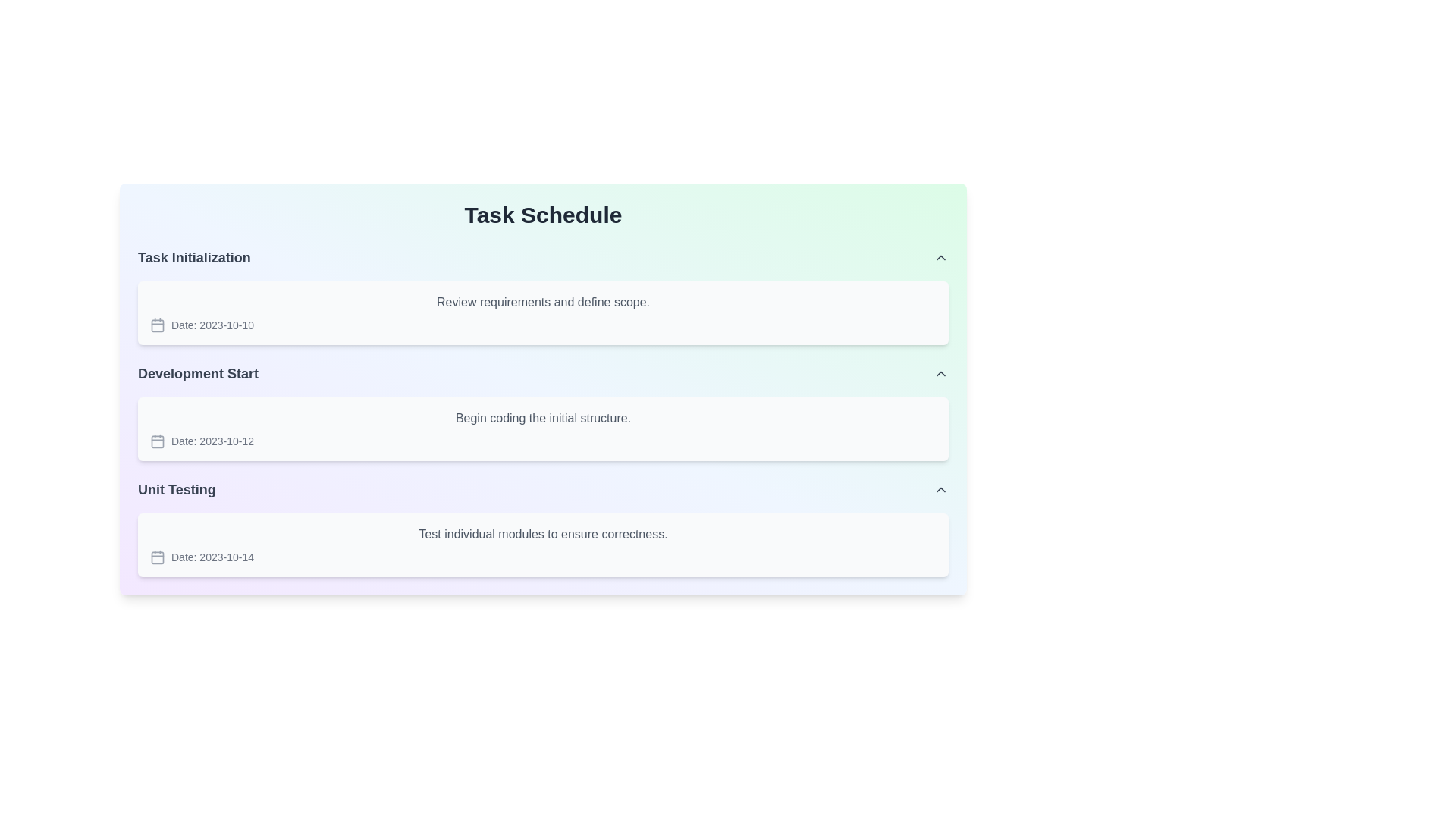  I want to click on the calendar-shaped icon with a gray outline, located next to the text 'Date: 2023-10-12', so click(157, 441).